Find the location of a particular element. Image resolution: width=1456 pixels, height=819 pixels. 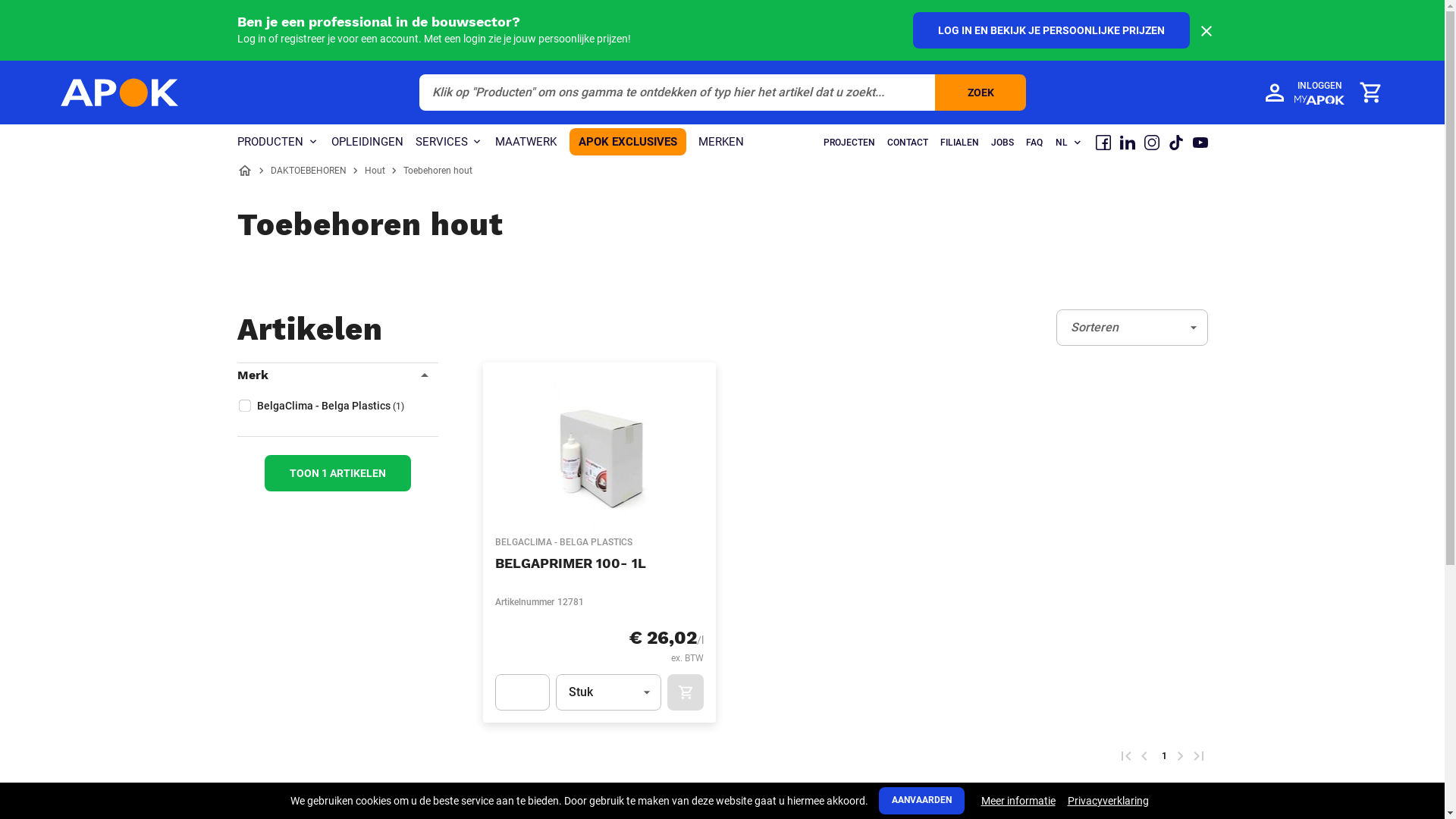

'BELGAPRIMER 100- 1L' is located at coordinates (494, 563).